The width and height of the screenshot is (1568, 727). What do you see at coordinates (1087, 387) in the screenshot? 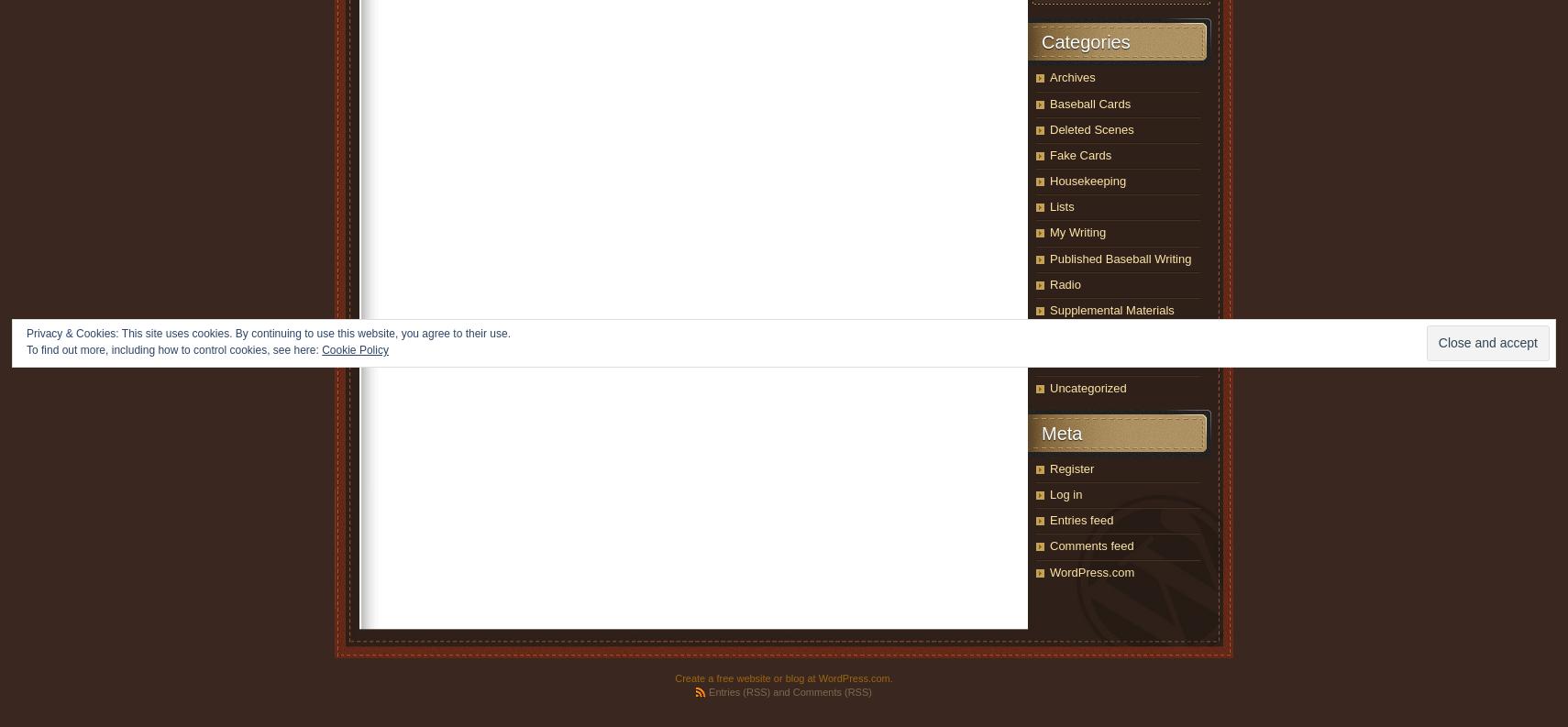
I see `'Uncategorized'` at bounding box center [1087, 387].